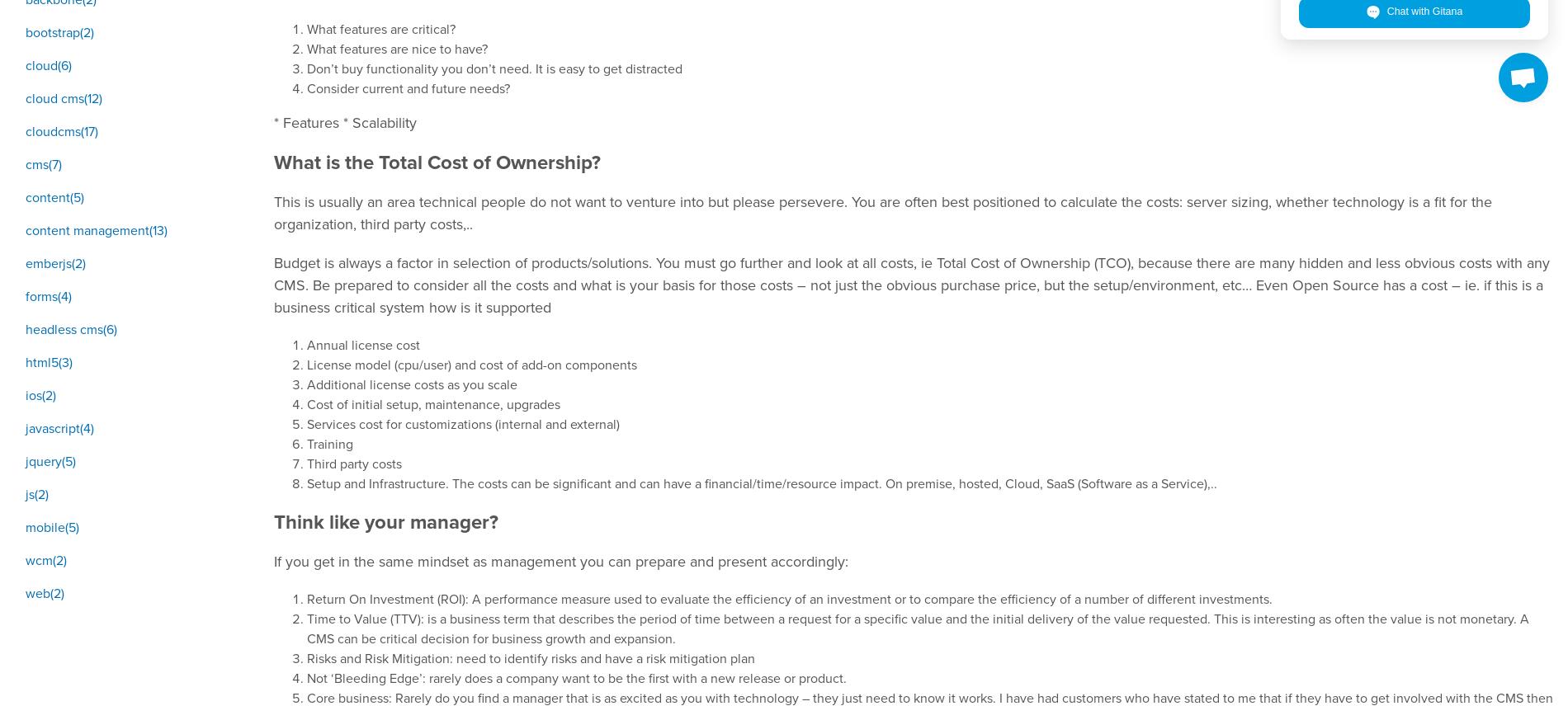 Image resolution: width=1568 pixels, height=706 pixels. Describe the element at coordinates (45, 592) in the screenshot. I see `'web(2)'` at that location.